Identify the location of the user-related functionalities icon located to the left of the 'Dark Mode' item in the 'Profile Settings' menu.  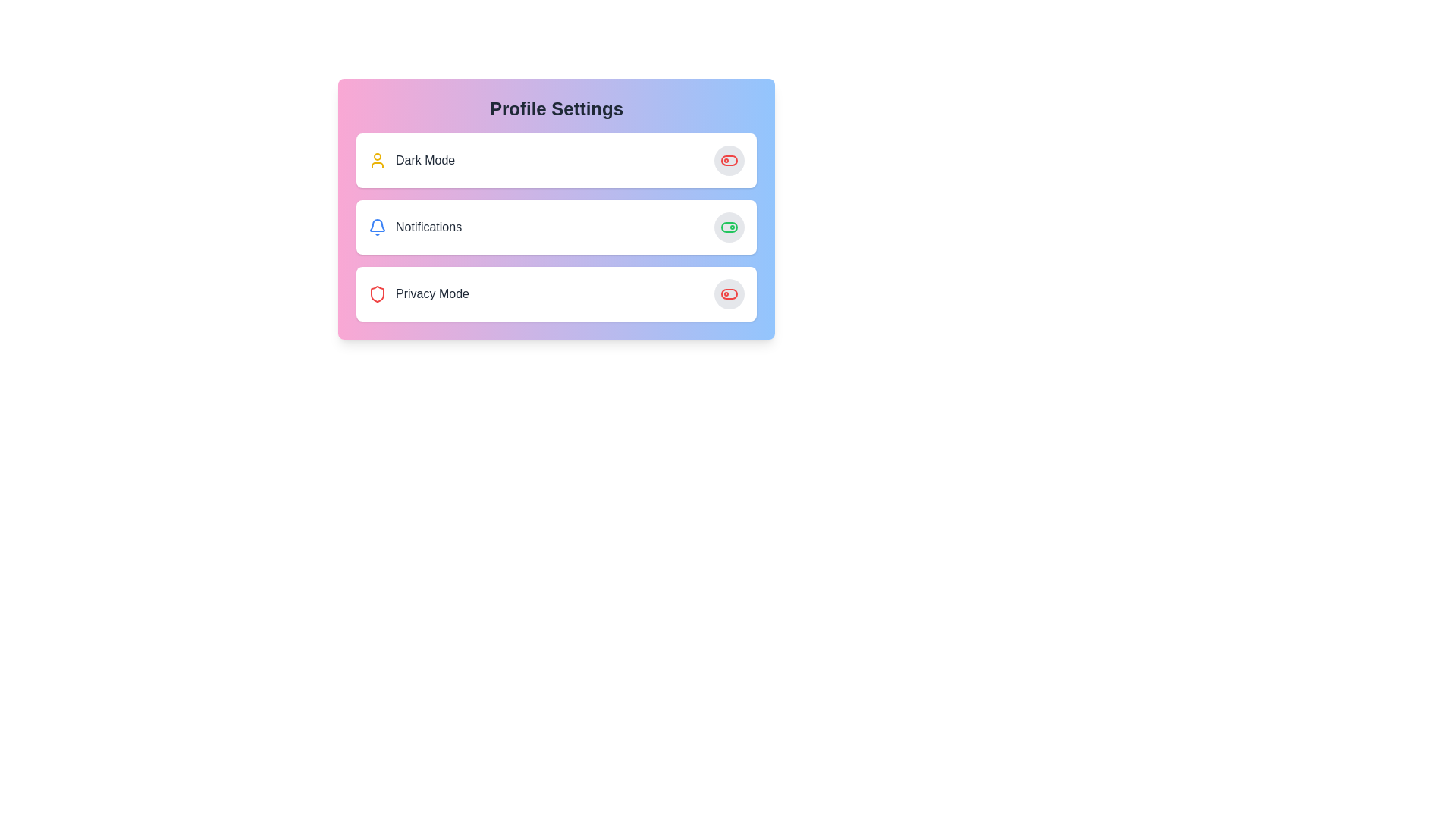
(378, 161).